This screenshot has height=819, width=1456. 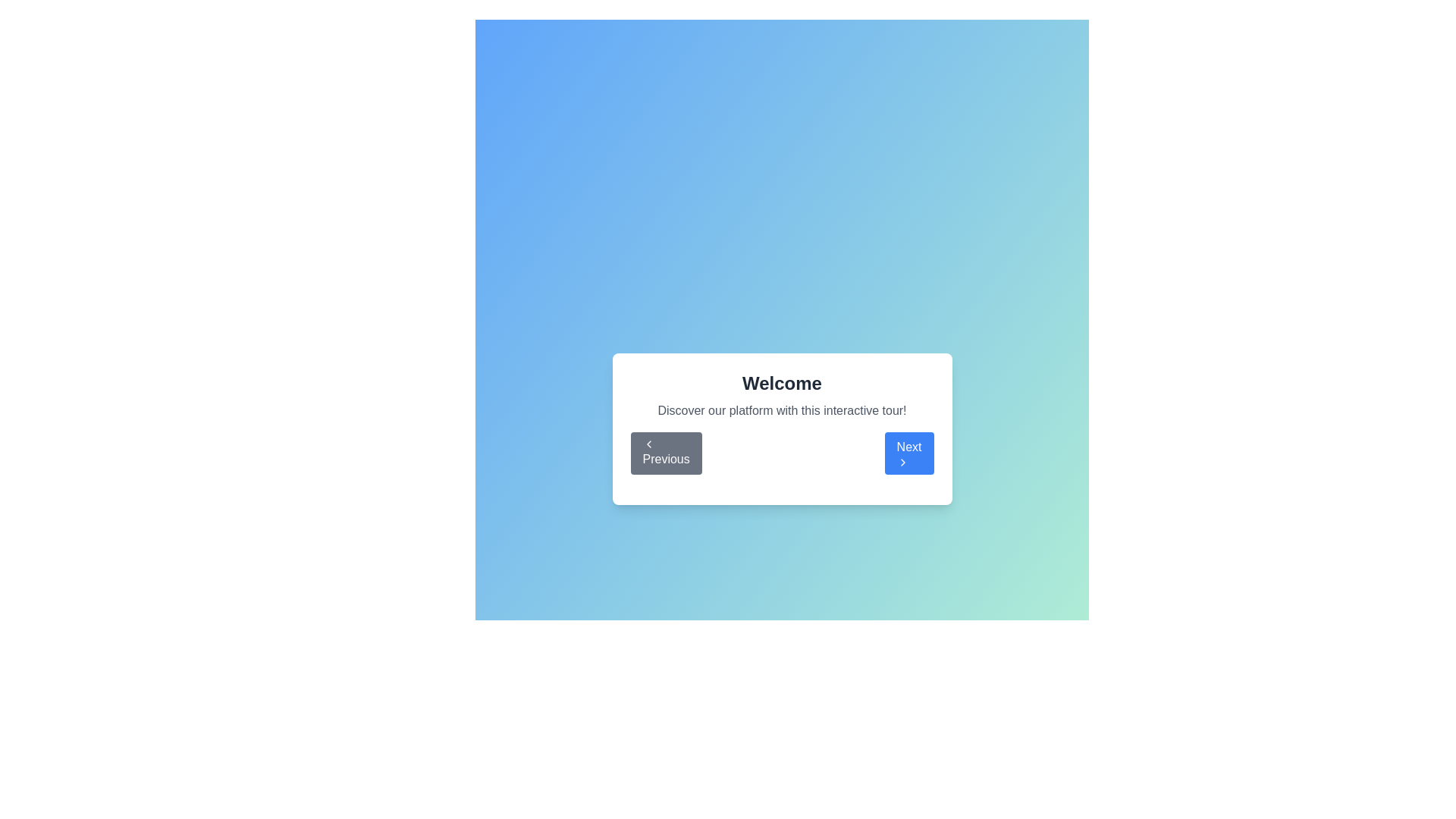 What do you see at coordinates (648, 444) in the screenshot?
I see `the left-pointing chevron icon, which is part of the 'Previous' button in the footer section of the interface` at bounding box center [648, 444].